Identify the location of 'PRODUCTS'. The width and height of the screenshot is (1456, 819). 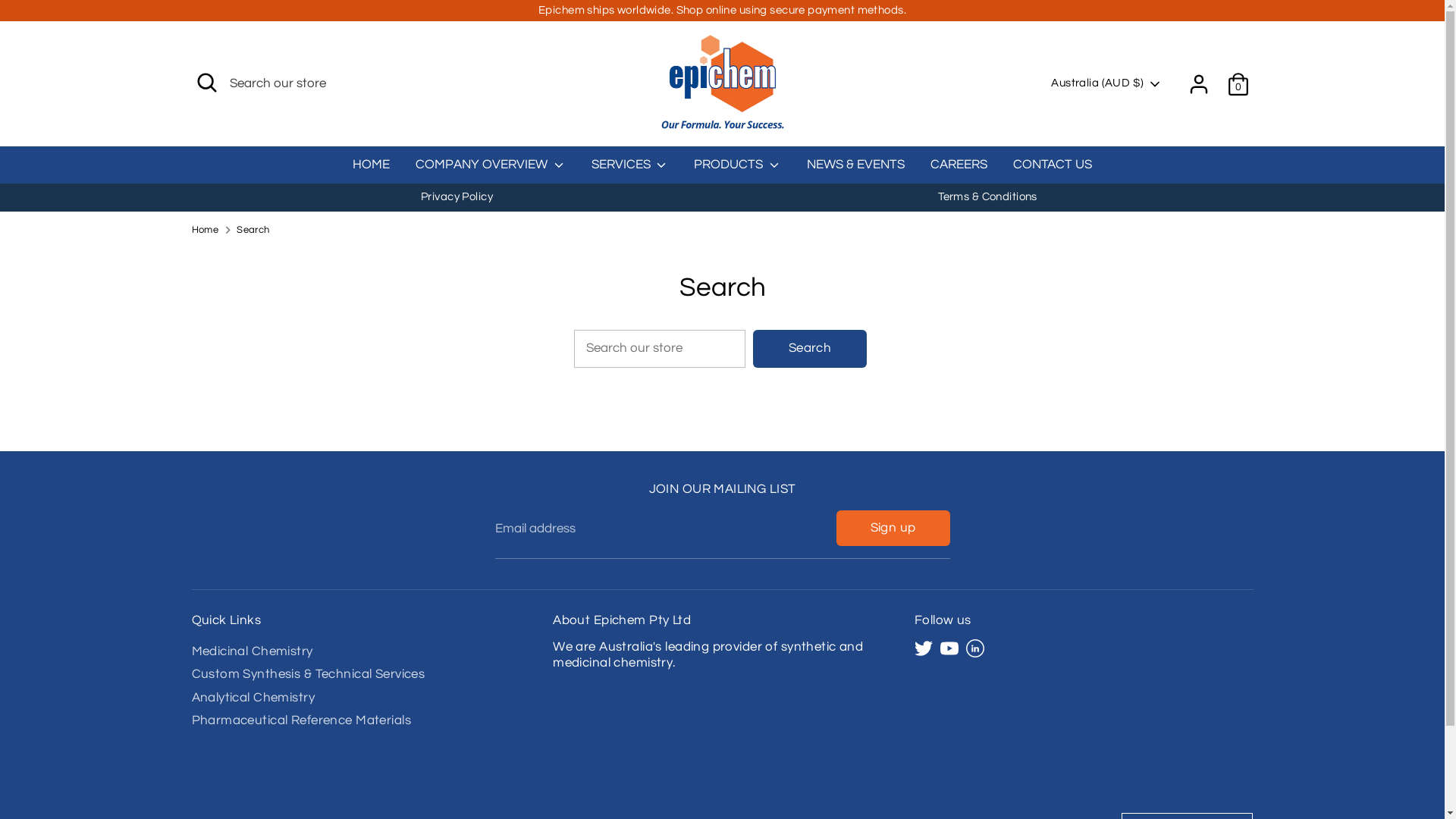
(737, 169).